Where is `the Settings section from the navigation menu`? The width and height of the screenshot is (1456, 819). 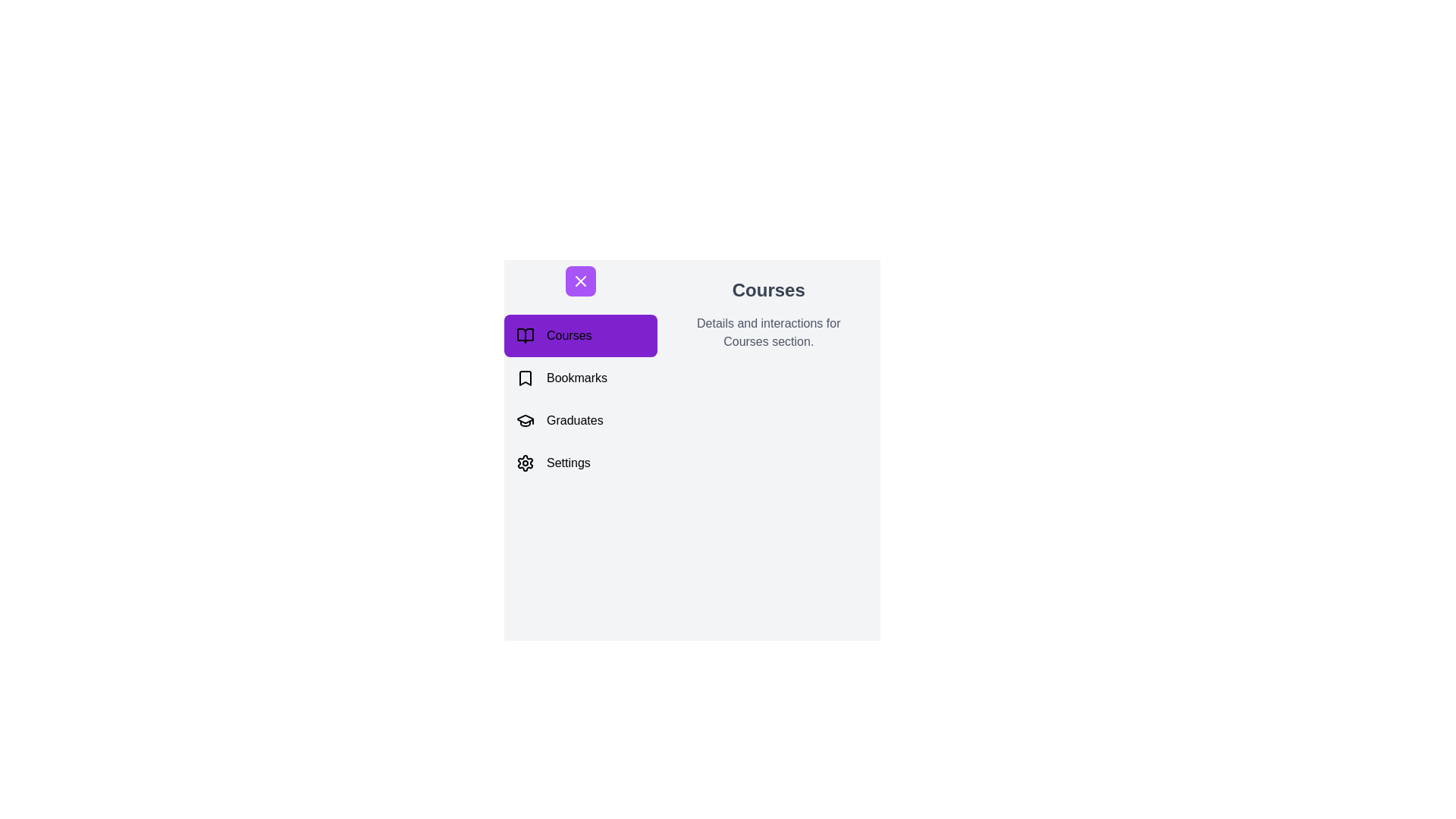 the Settings section from the navigation menu is located at coordinates (579, 462).